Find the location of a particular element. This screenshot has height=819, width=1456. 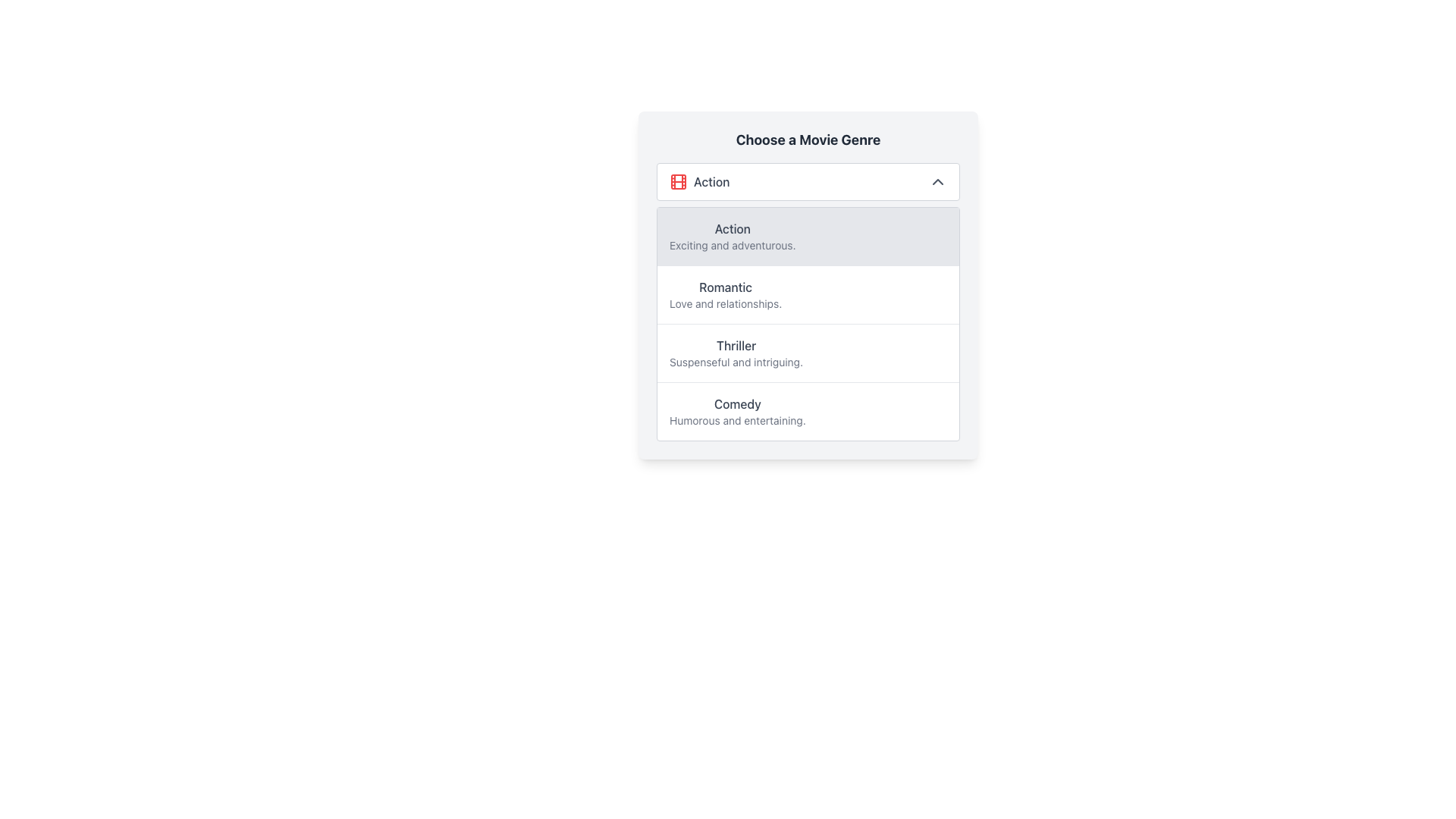

the red film roll icon located to the left of the 'Action' text in the dropdown menu for selecting a movie genre is located at coordinates (677, 180).